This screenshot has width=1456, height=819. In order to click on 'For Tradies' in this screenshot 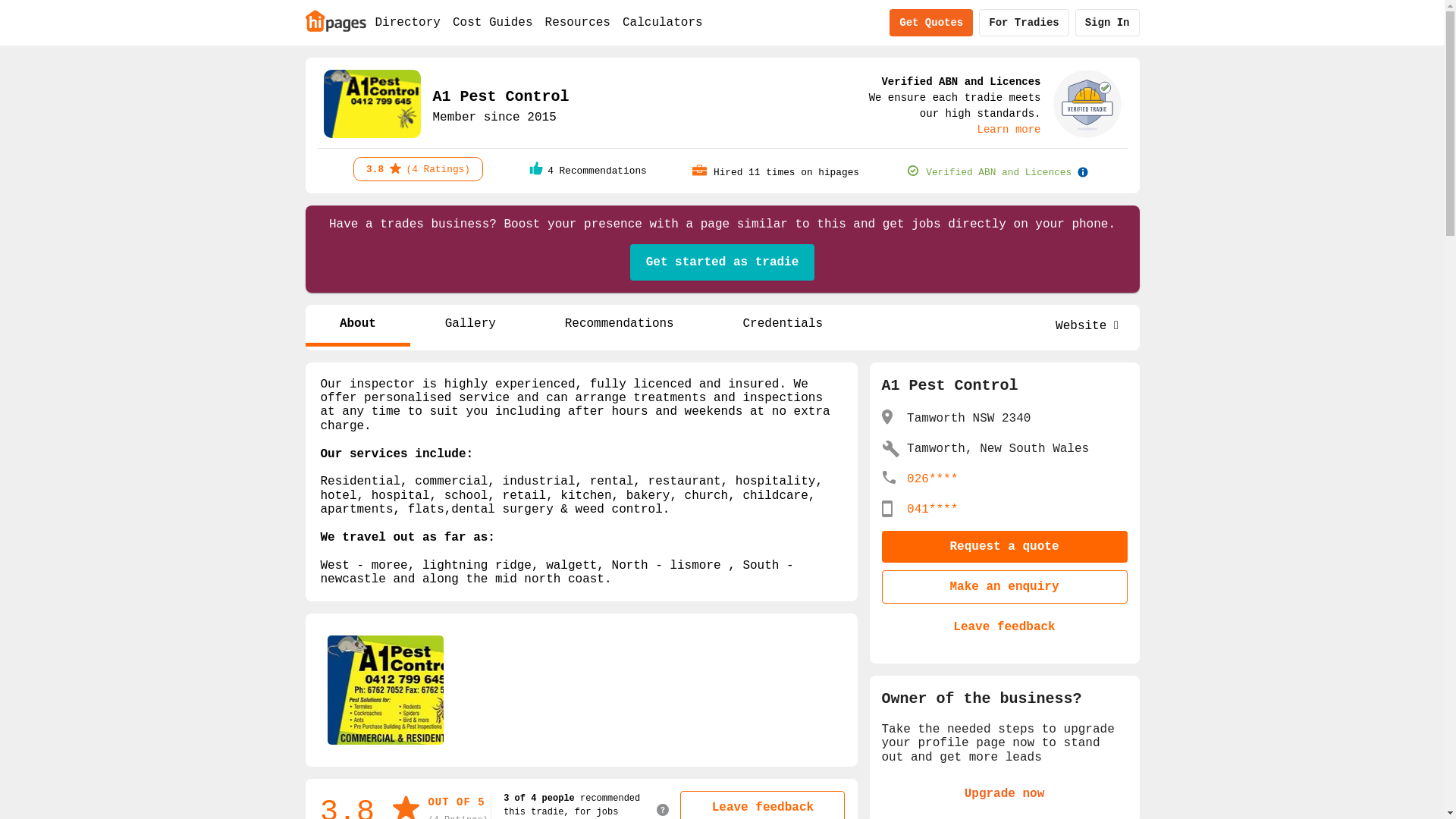, I will do `click(1023, 23)`.